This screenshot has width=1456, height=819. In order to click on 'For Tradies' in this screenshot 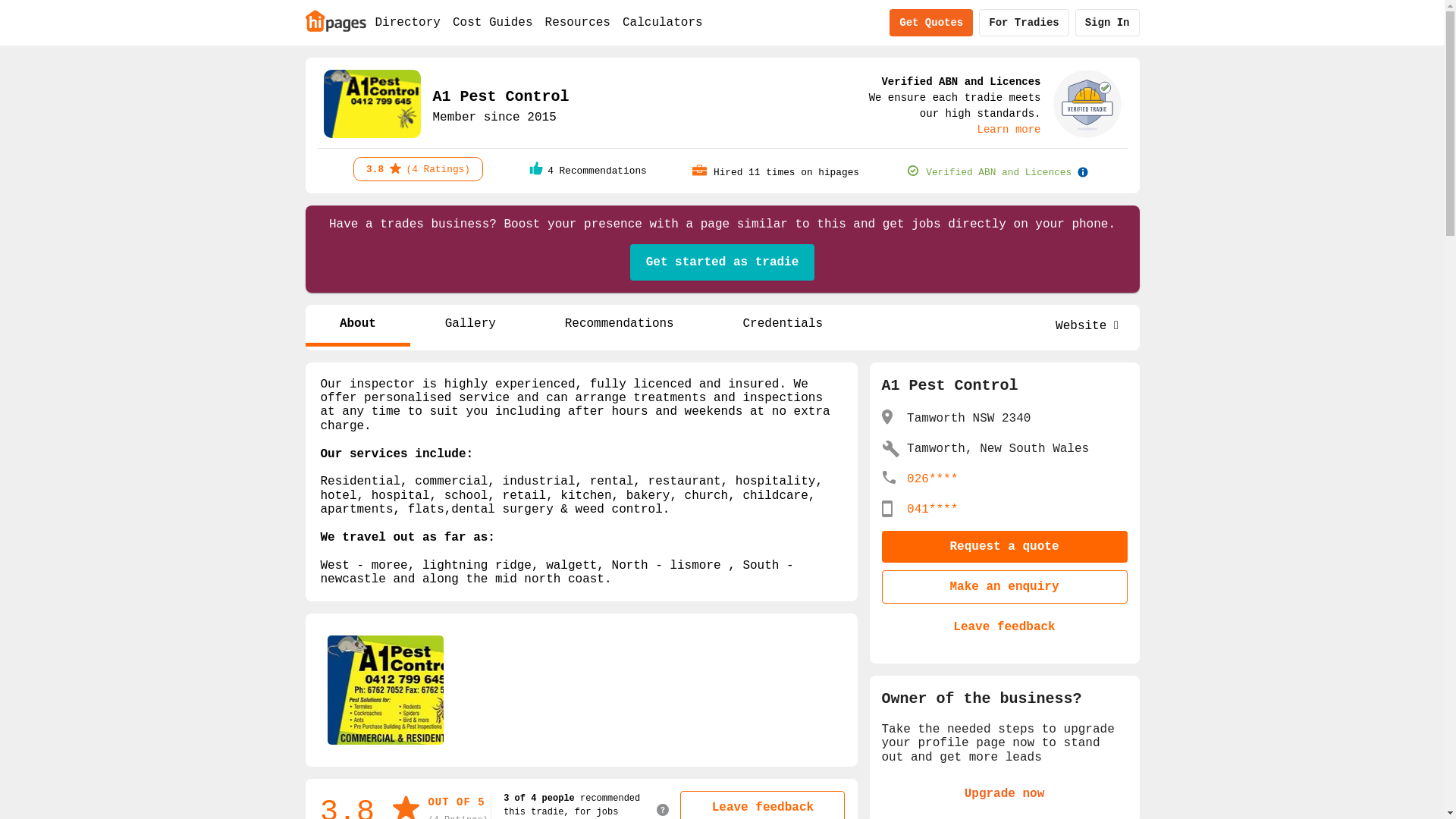, I will do `click(1023, 23)`.